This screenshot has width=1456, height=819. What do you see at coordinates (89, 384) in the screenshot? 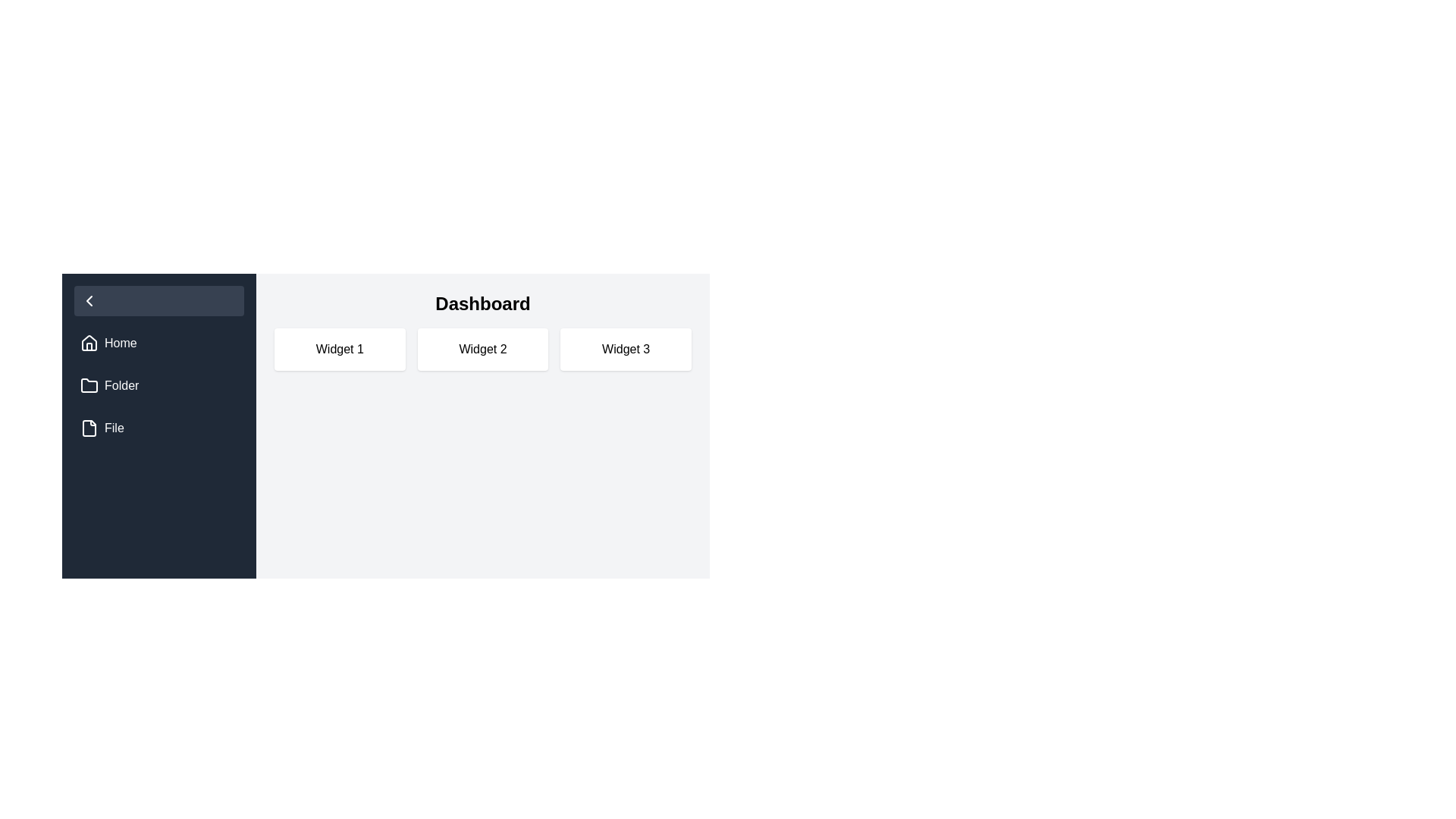
I see `the folder icon located in the sidebar, which is the second item in the vertical navigation menu, below the 'Home' icon and above the 'File' icon` at bounding box center [89, 384].